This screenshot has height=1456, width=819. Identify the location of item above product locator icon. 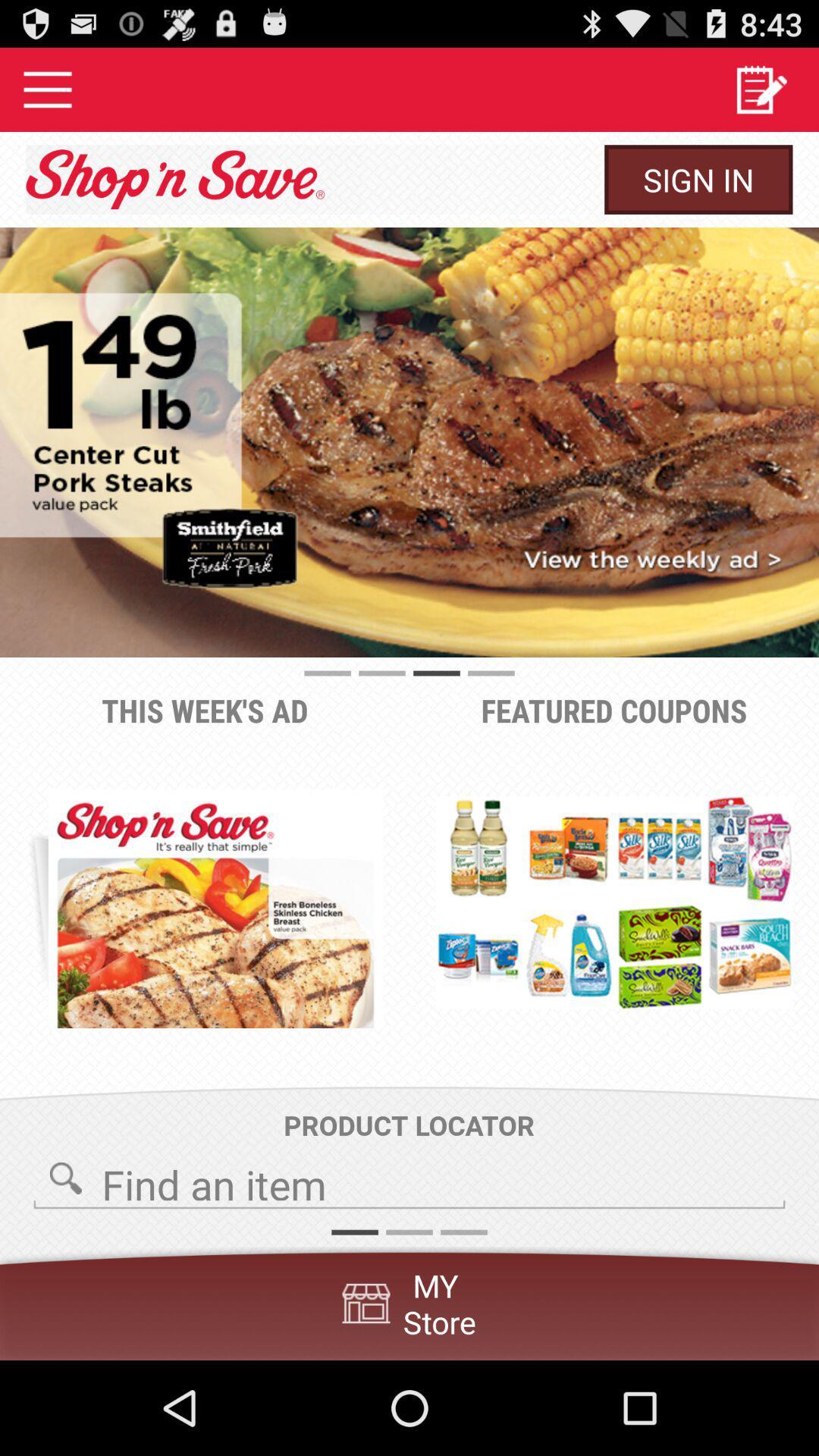
(215, 908).